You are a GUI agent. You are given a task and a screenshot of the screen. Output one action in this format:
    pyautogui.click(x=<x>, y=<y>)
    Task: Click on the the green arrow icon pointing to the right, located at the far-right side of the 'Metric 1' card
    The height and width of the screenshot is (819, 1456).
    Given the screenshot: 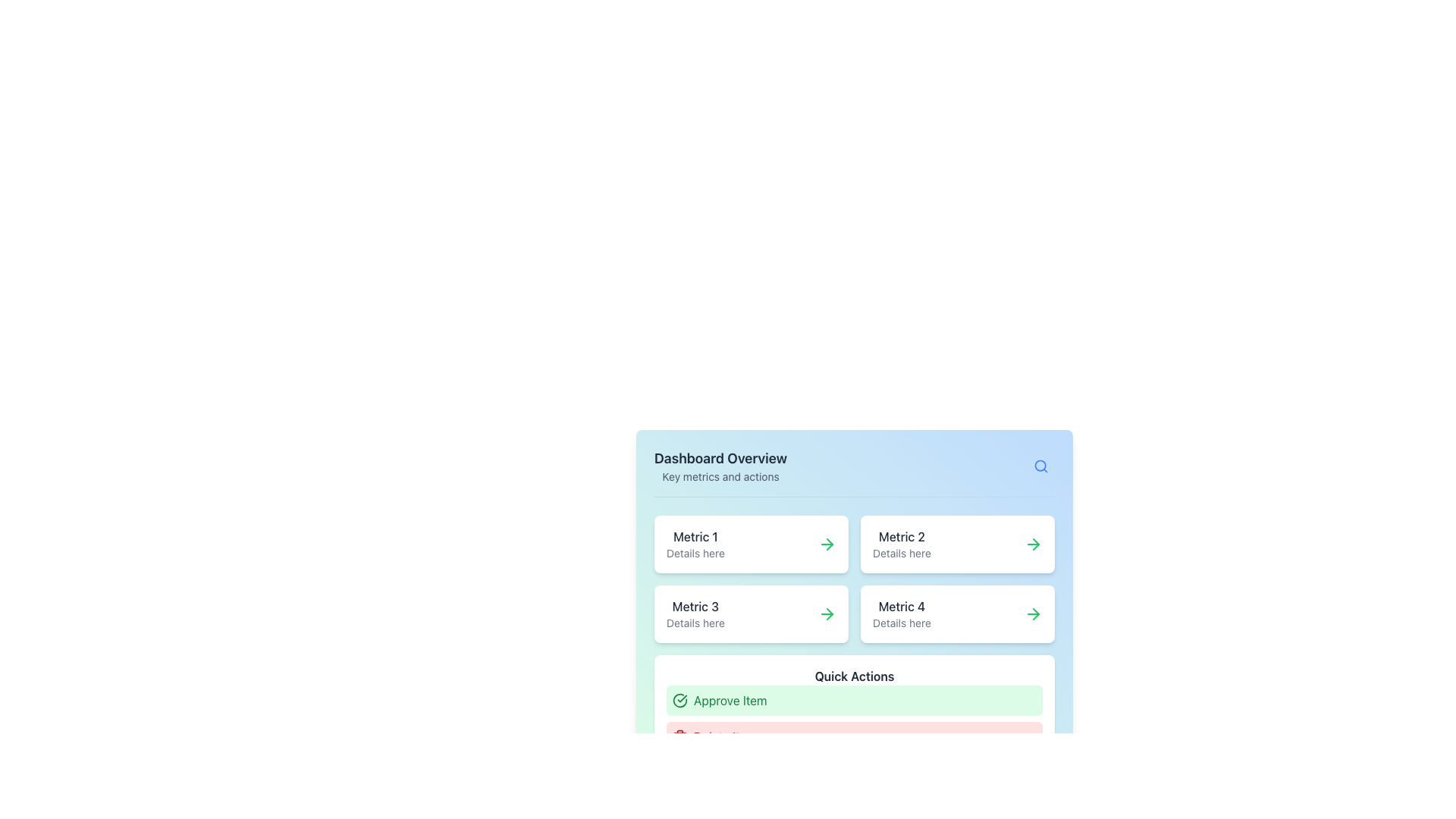 What is the action you would take?
    pyautogui.click(x=826, y=543)
    